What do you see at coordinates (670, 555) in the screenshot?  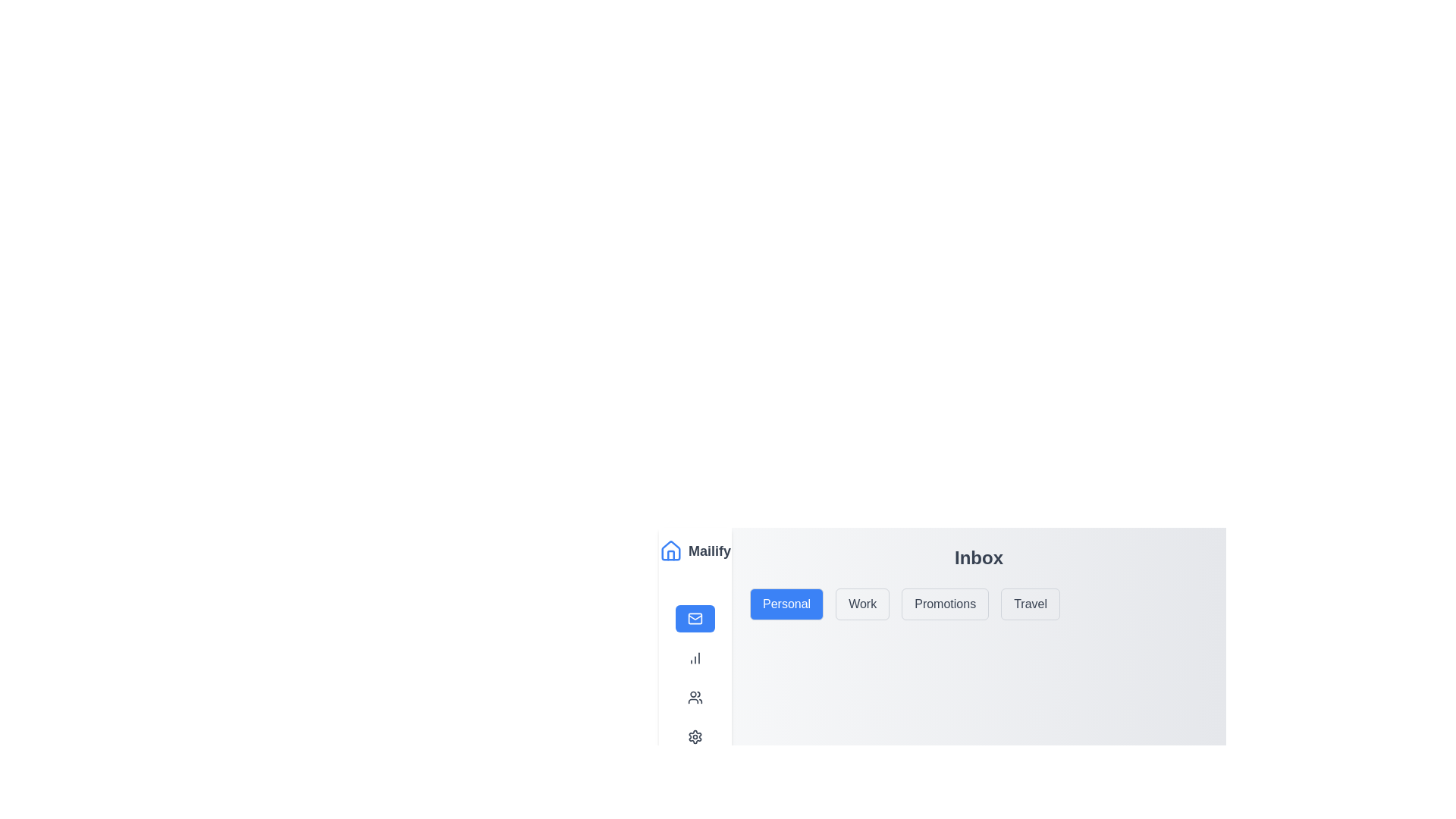 I see `the minimalist house icon button with a thin blue border located in the vertical navigation bar, adjacent to the text 'Mailify'` at bounding box center [670, 555].